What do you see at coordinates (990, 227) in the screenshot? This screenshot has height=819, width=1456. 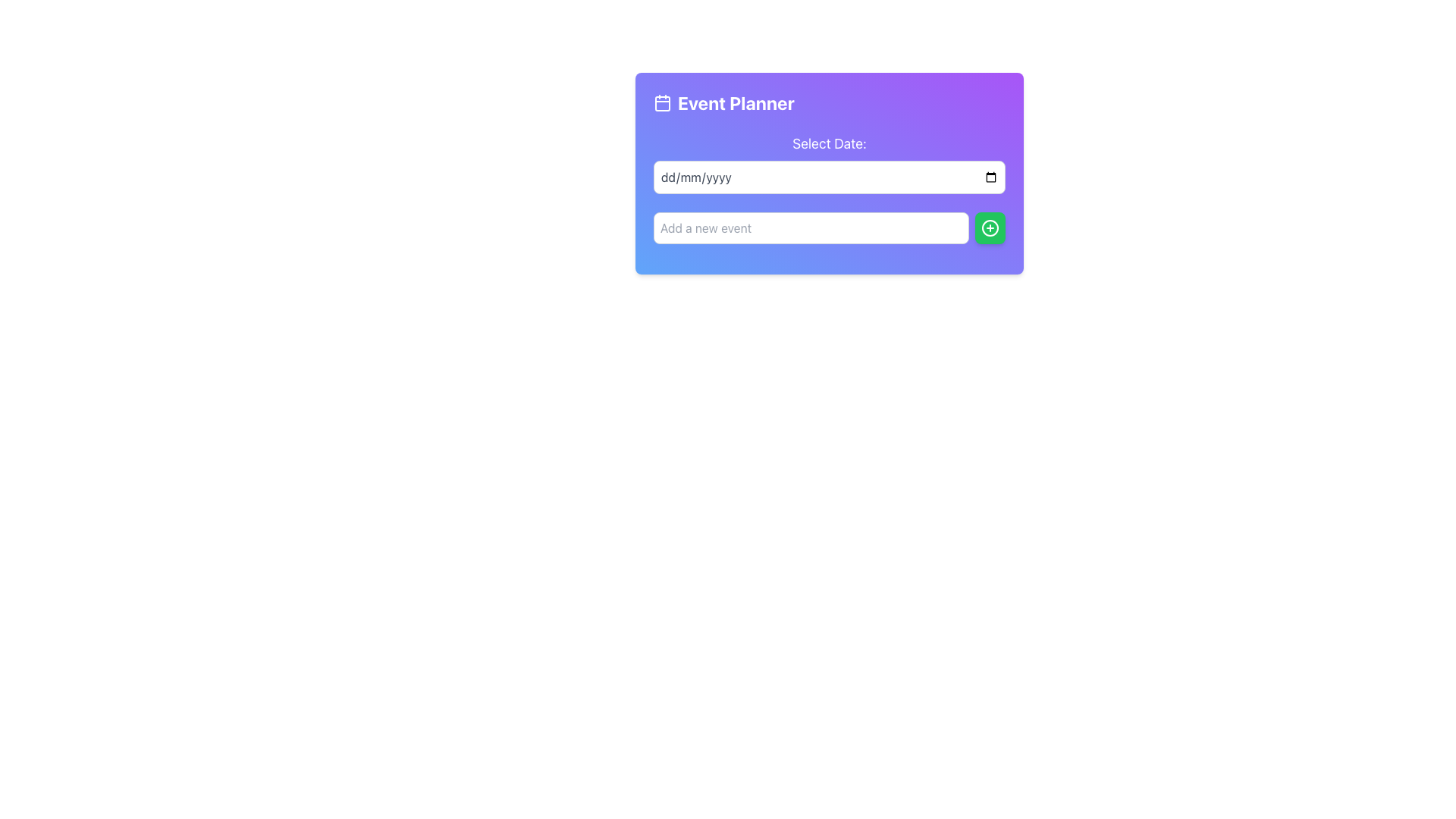 I see `the green button with rounded corners and a plus sign icon, located immediately to the right of the 'Add a new event' text input field under the 'Event Planner' section` at bounding box center [990, 227].